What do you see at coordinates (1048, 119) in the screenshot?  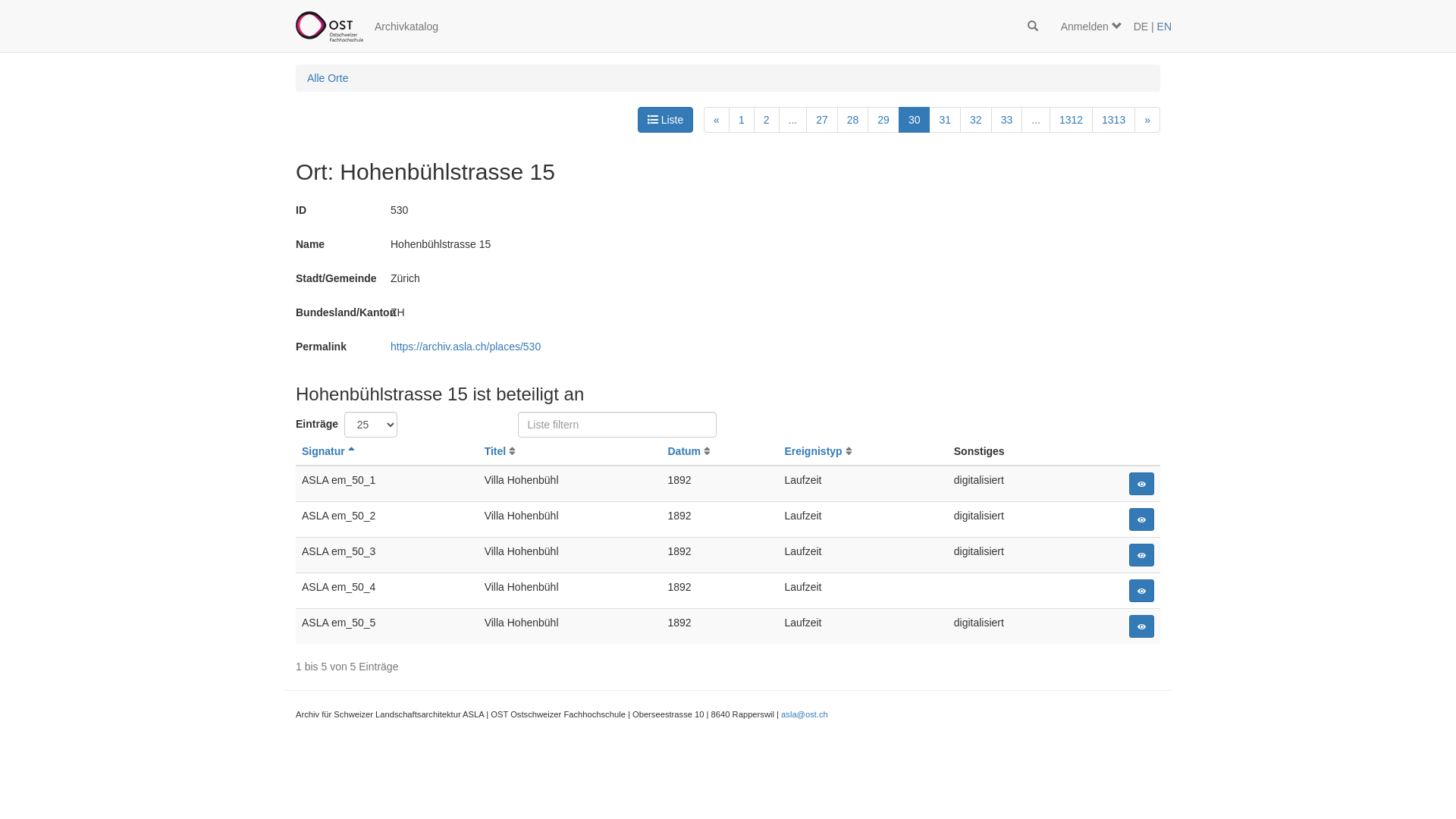 I see `'1312'` at bounding box center [1048, 119].